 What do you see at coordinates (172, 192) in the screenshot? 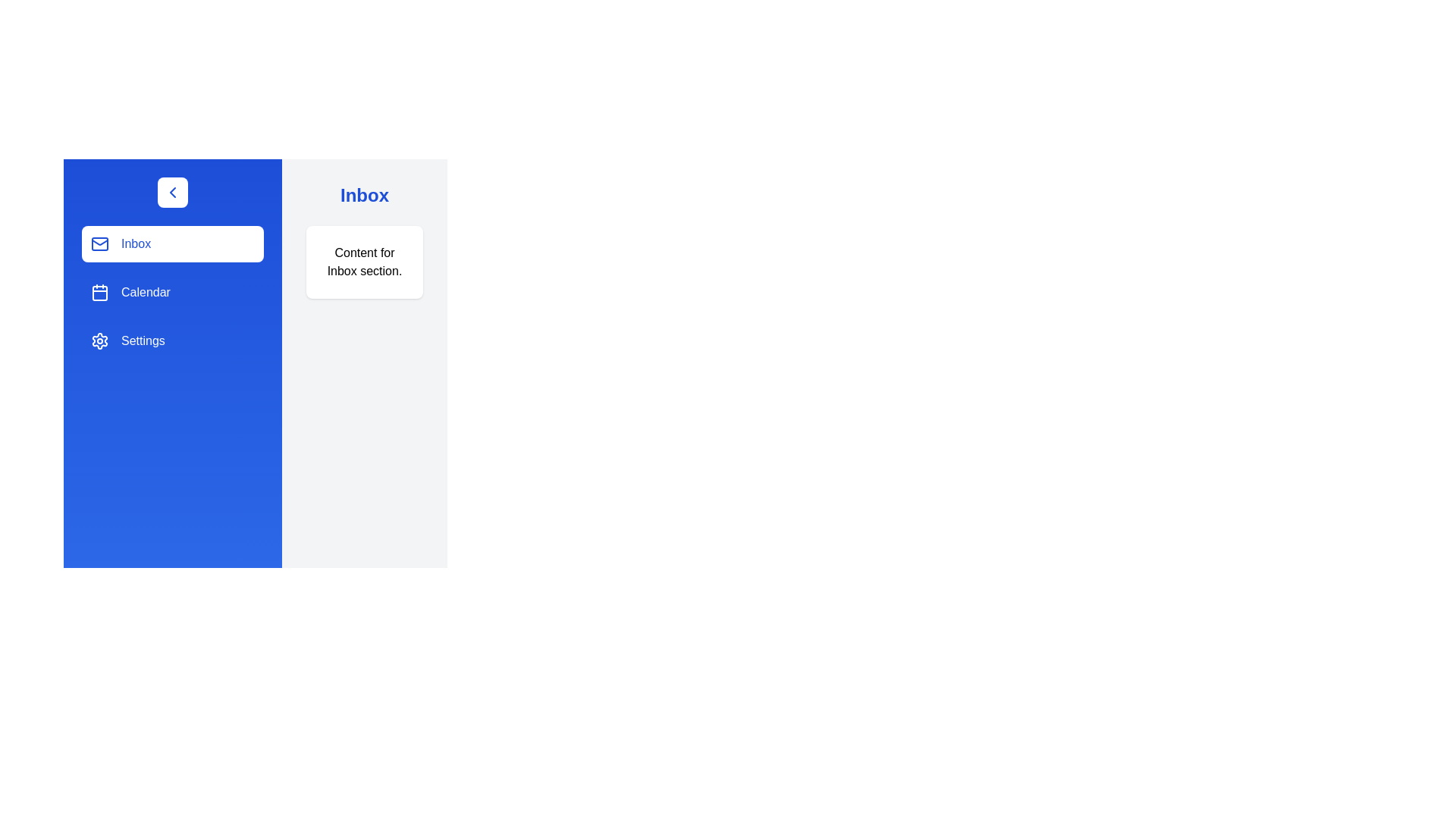
I see `the toggle button to change the drawer's state` at bounding box center [172, 192].